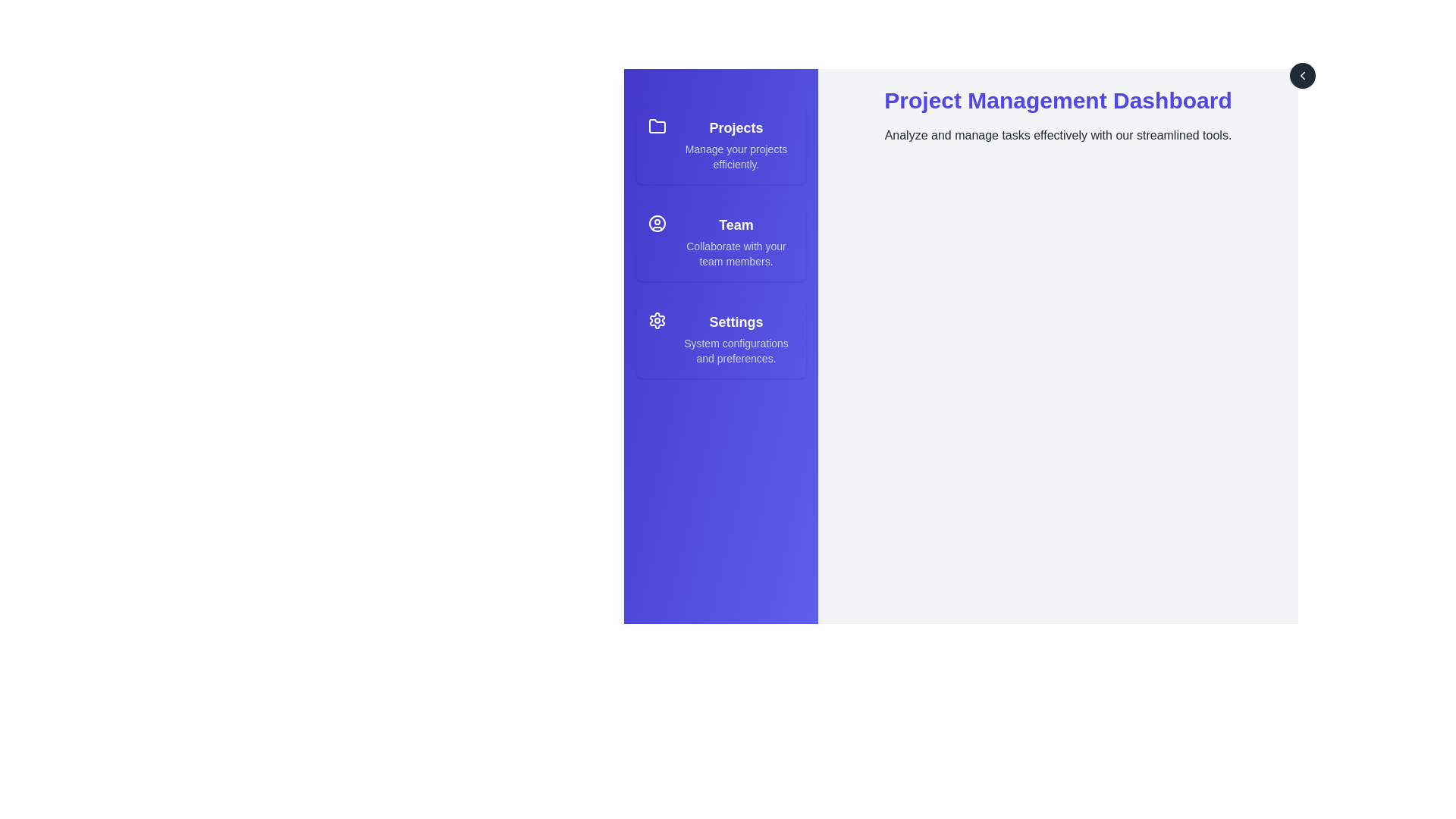 The width and height of the screenshot is (1456, 819). Describe the element at coordinates (1302, 76) in the screenshot. I see `the toggle button to change the drawer's open state` at that location.